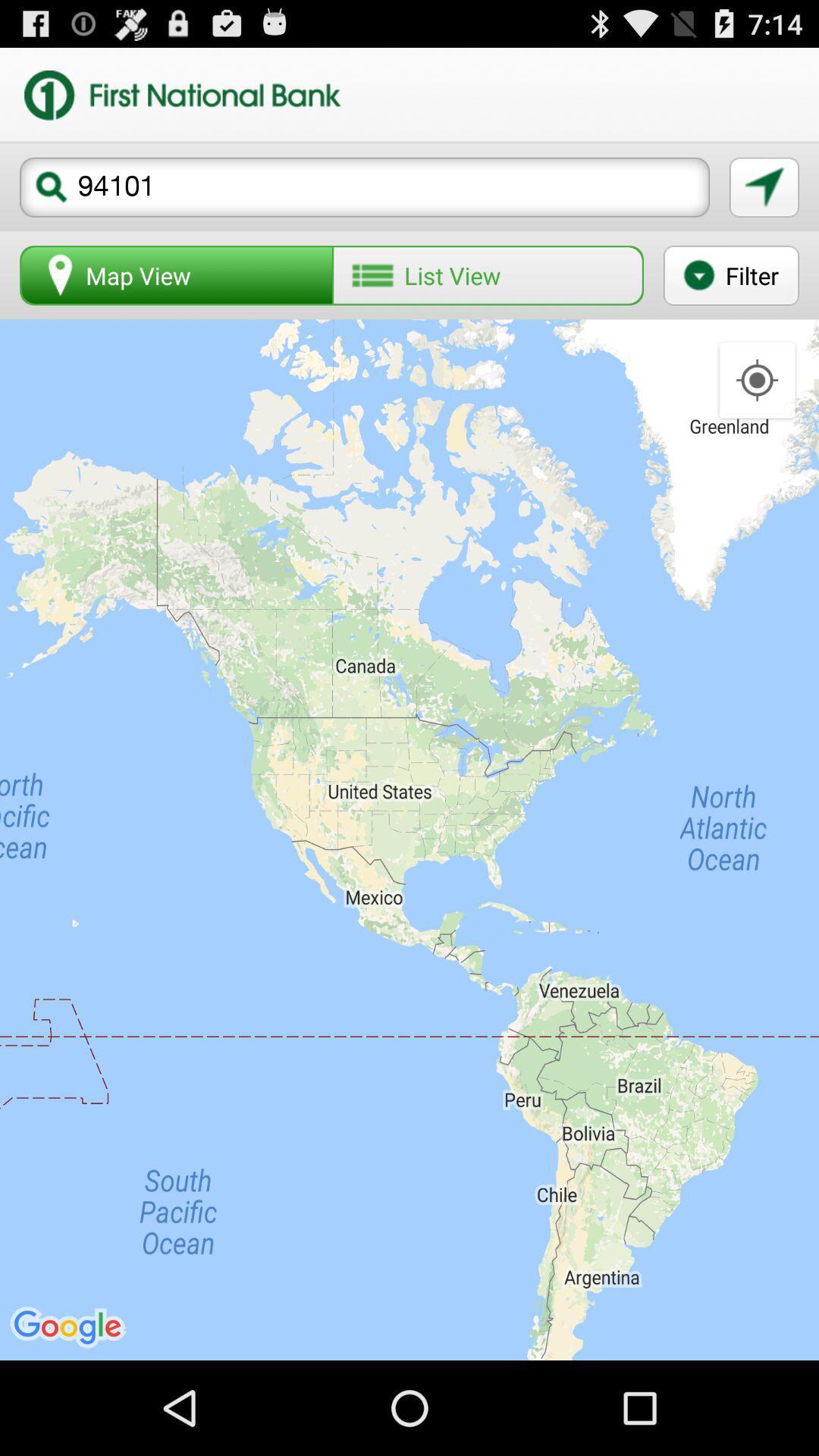 The width and height of the screenshot is (819, 1456). I want to click on 94101 item, so click(365, 187).